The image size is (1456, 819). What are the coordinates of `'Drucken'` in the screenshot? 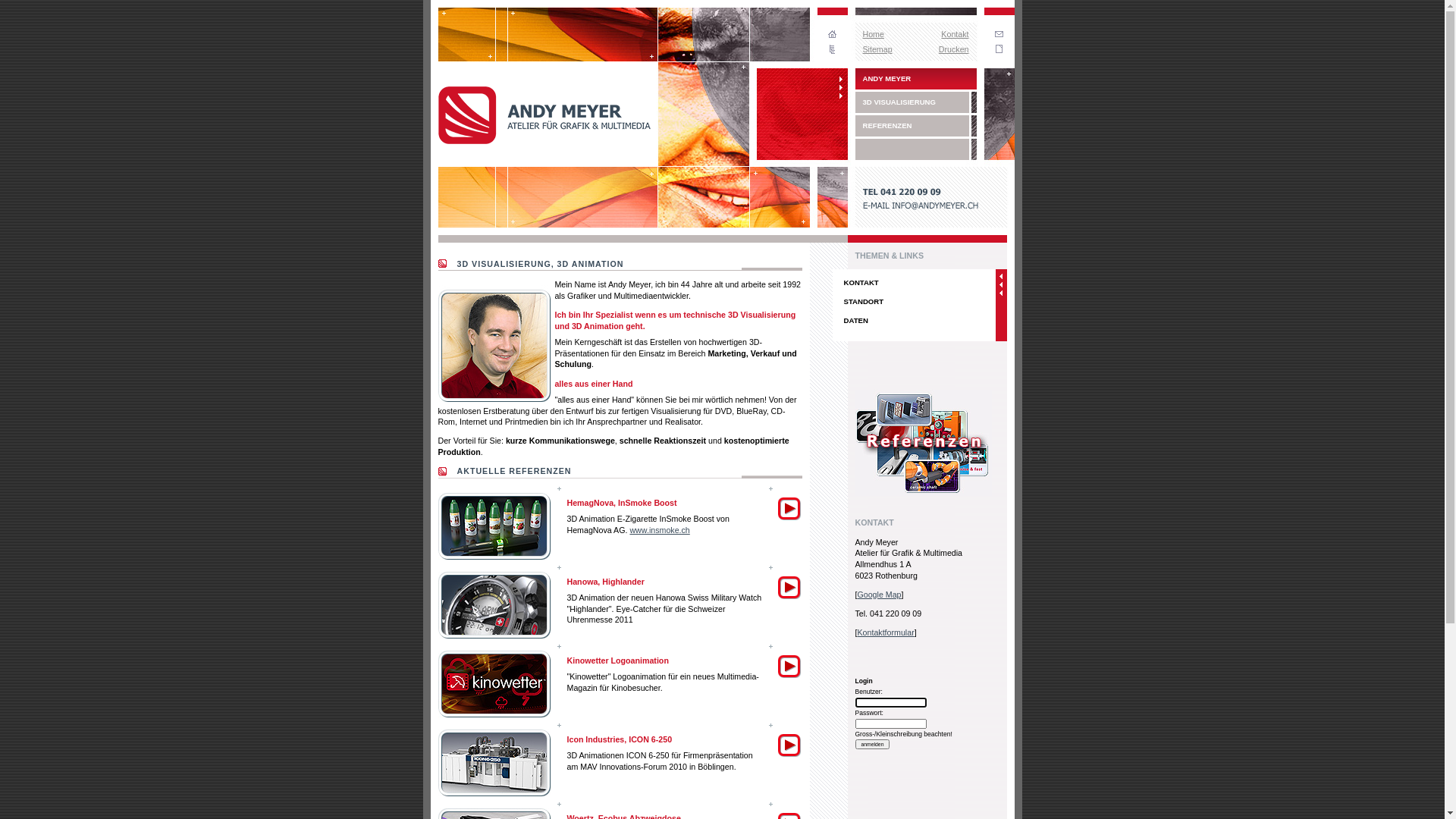 It's located at (952, 49).